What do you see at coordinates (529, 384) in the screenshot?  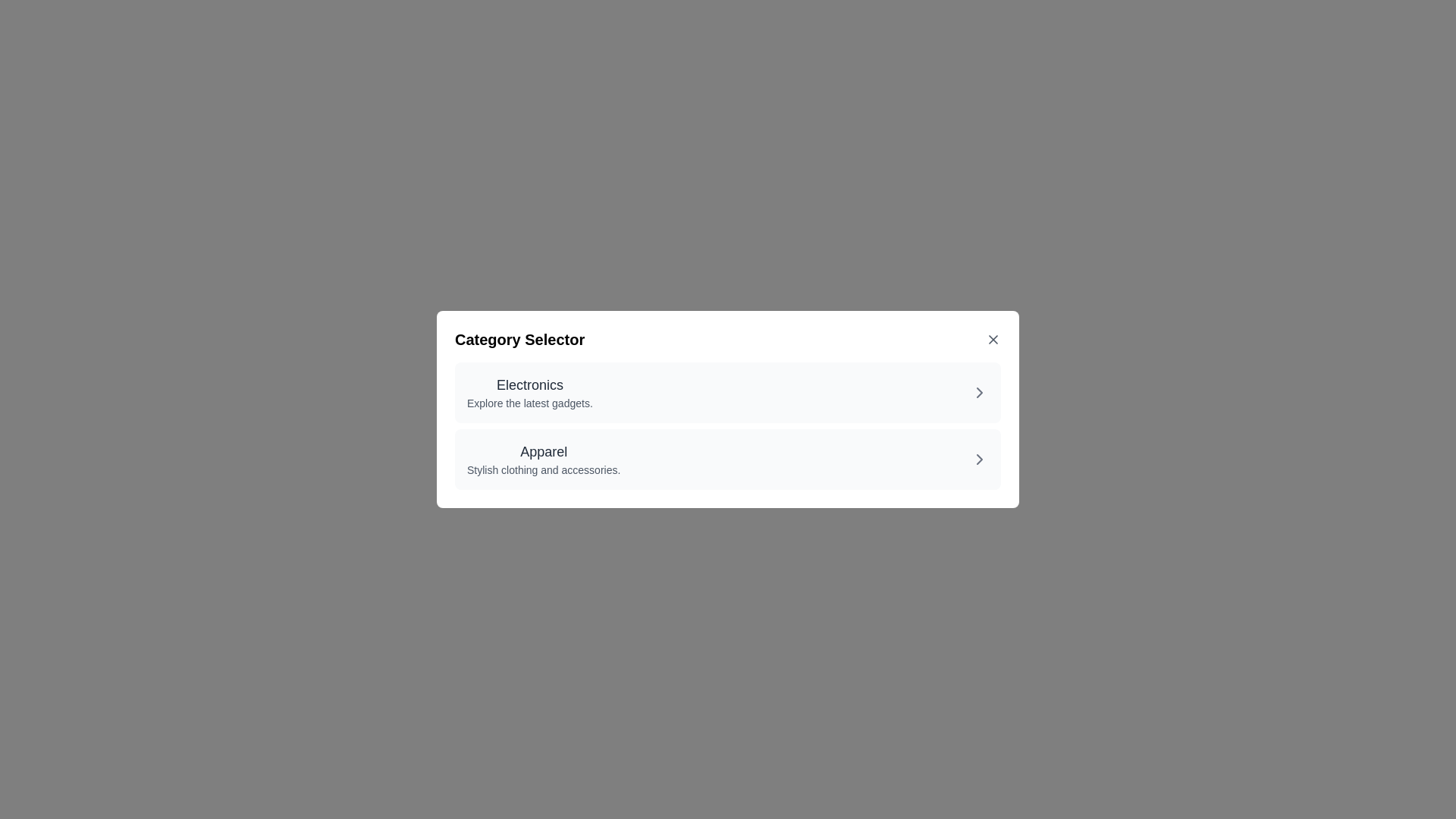 I see `the 'Electronics' category title text label, which is positioned above the descriptive line 'Explore the latest gadgets.' in the 'Category Selector' section` at bounding box center [529, 384].